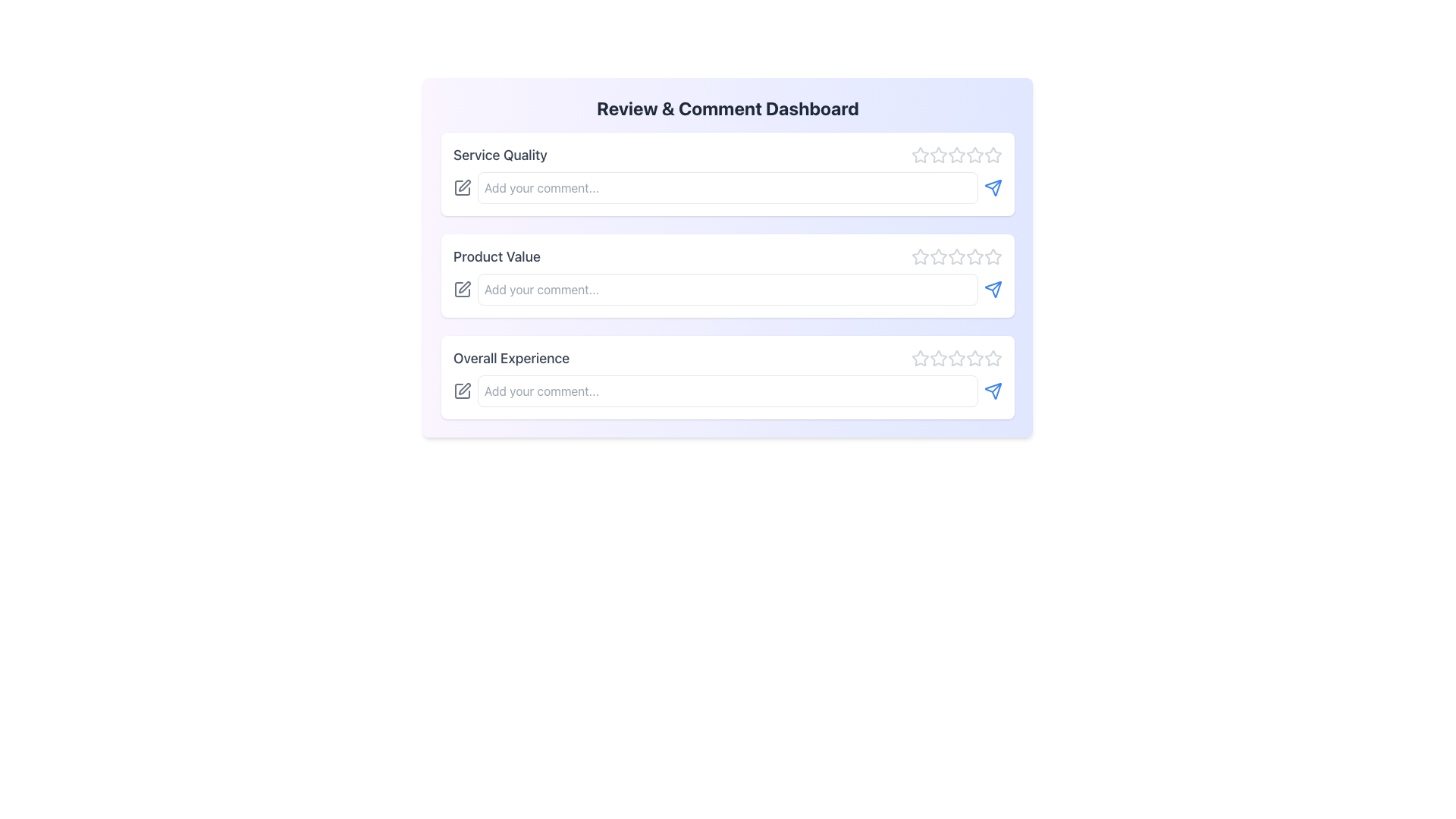 The width and height of the screenshot is (1456, 819). I want to click on to select a star rating in the centrally positioned 'Product Value' review section, so click(728, 256).